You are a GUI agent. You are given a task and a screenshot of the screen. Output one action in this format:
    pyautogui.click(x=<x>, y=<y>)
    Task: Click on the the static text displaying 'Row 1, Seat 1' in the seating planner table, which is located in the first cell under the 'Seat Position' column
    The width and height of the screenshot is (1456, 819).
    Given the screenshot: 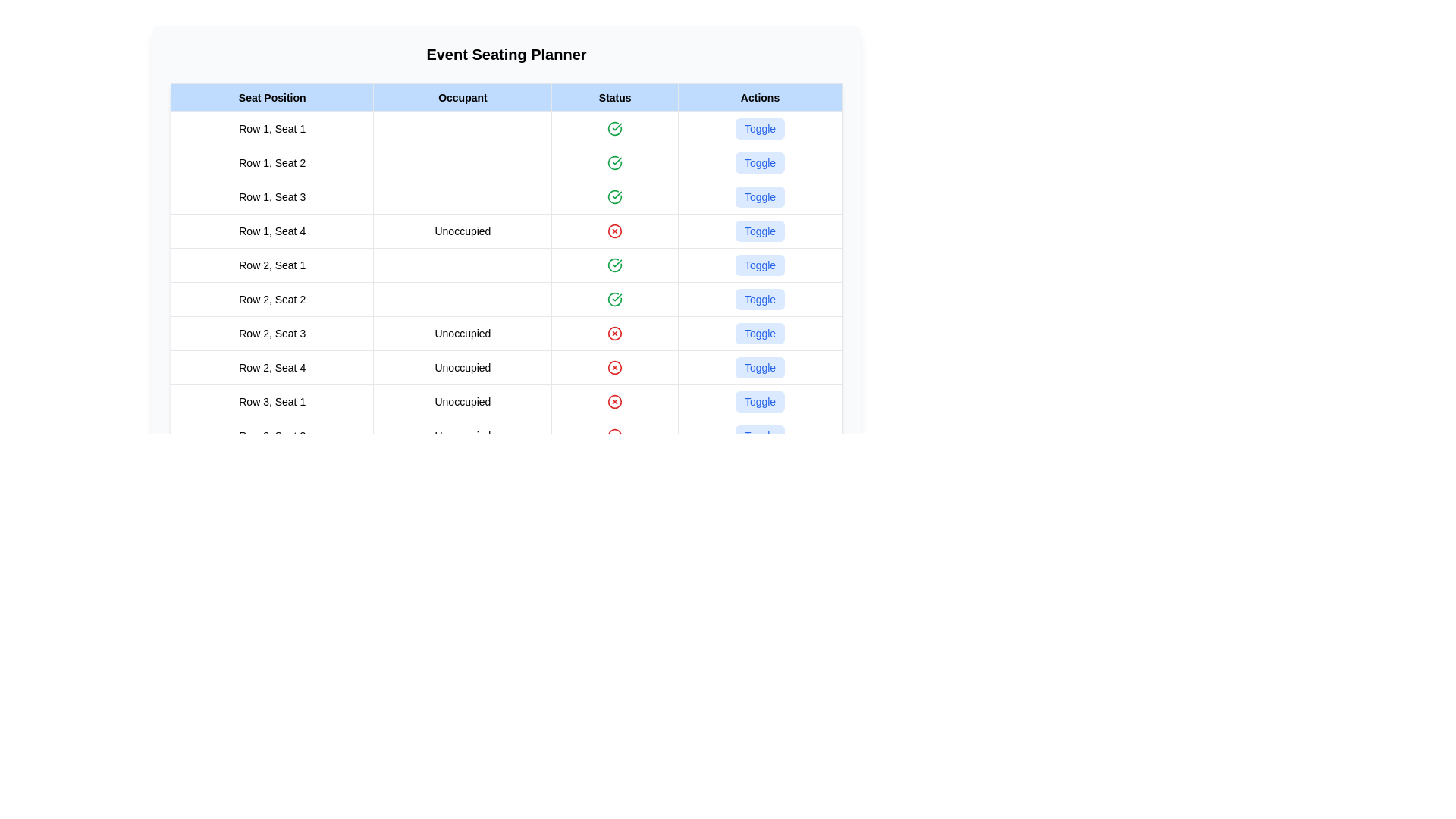 What is the action you would take?
    pyautogui.click(x=272, y=127)
    